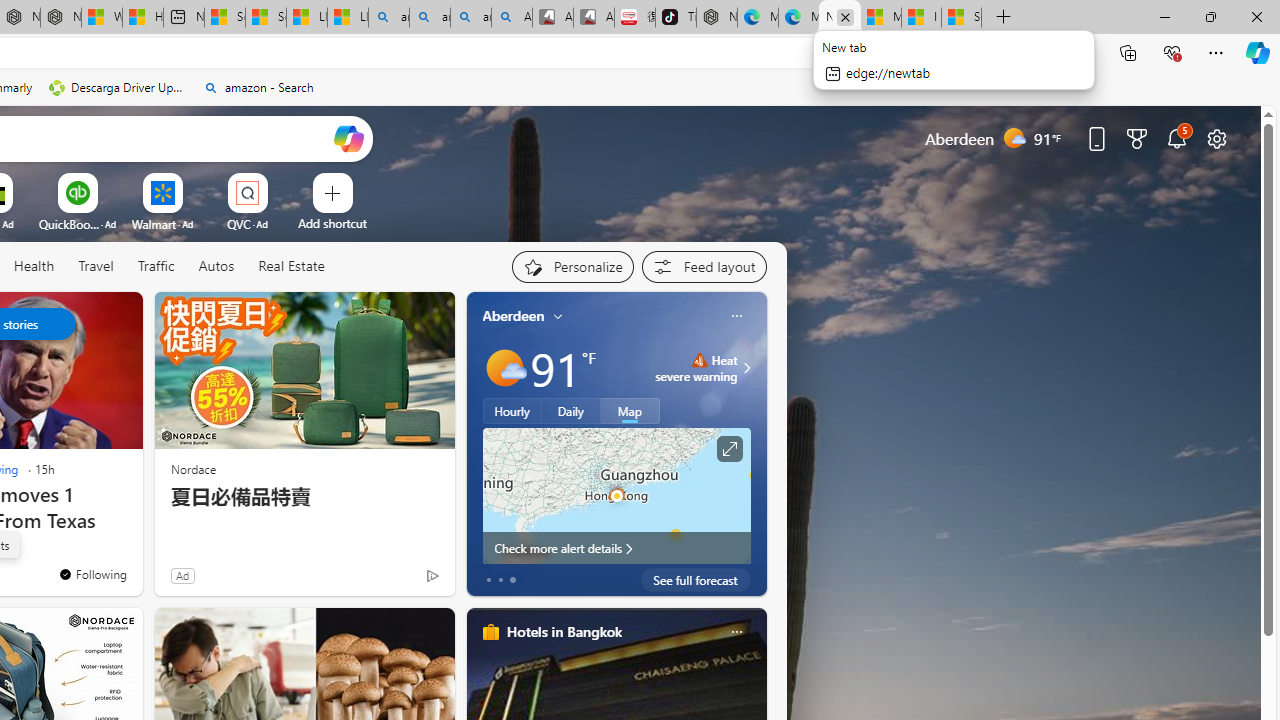 The width and height of the screenshot is (1280, 720). What do you see at coordinates (696, 367) in the screenshot?
I see `'Heat - Severe Heat severe warning'` at bounding box center [696, 367].